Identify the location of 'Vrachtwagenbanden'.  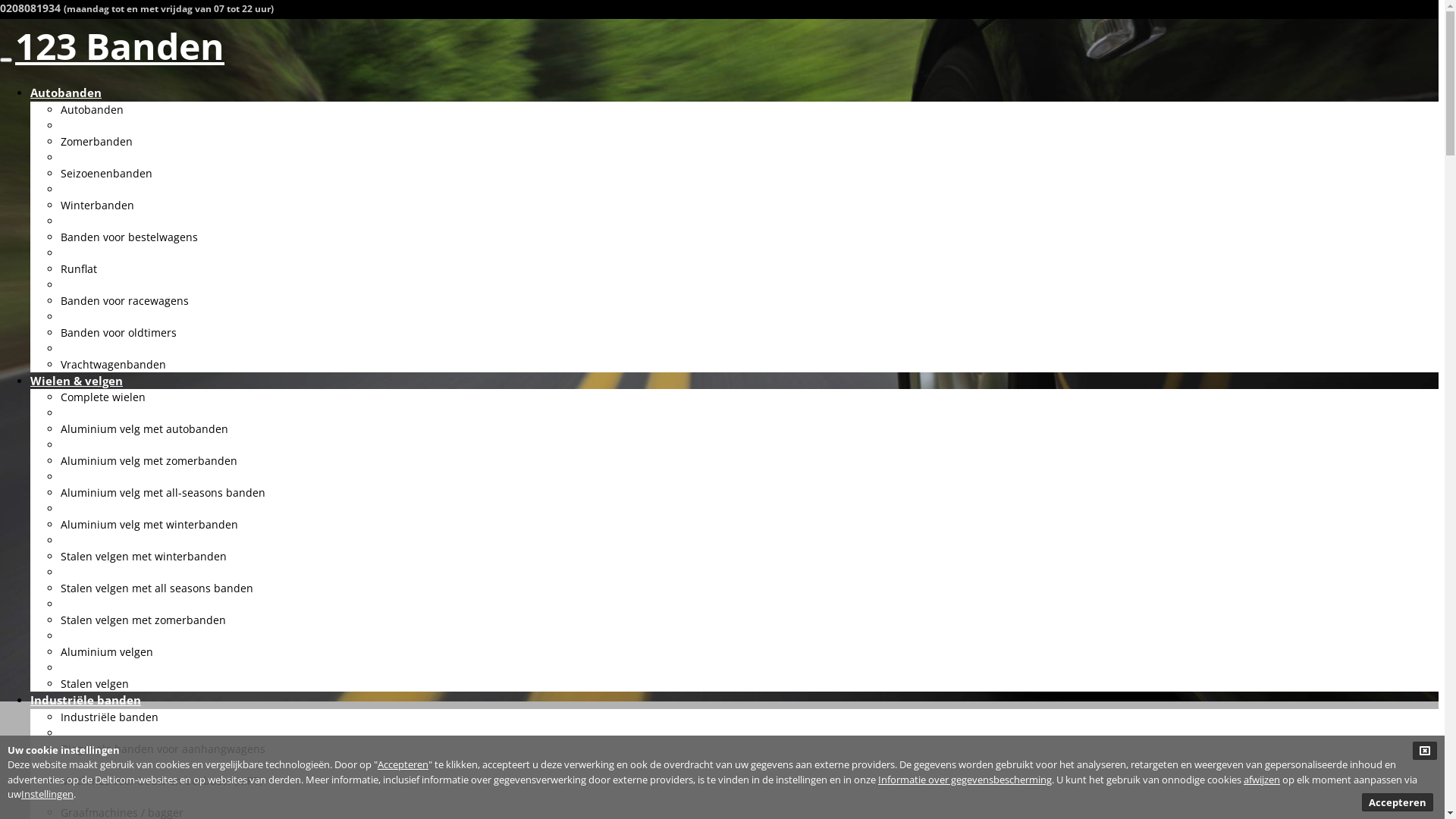
(112, 363).